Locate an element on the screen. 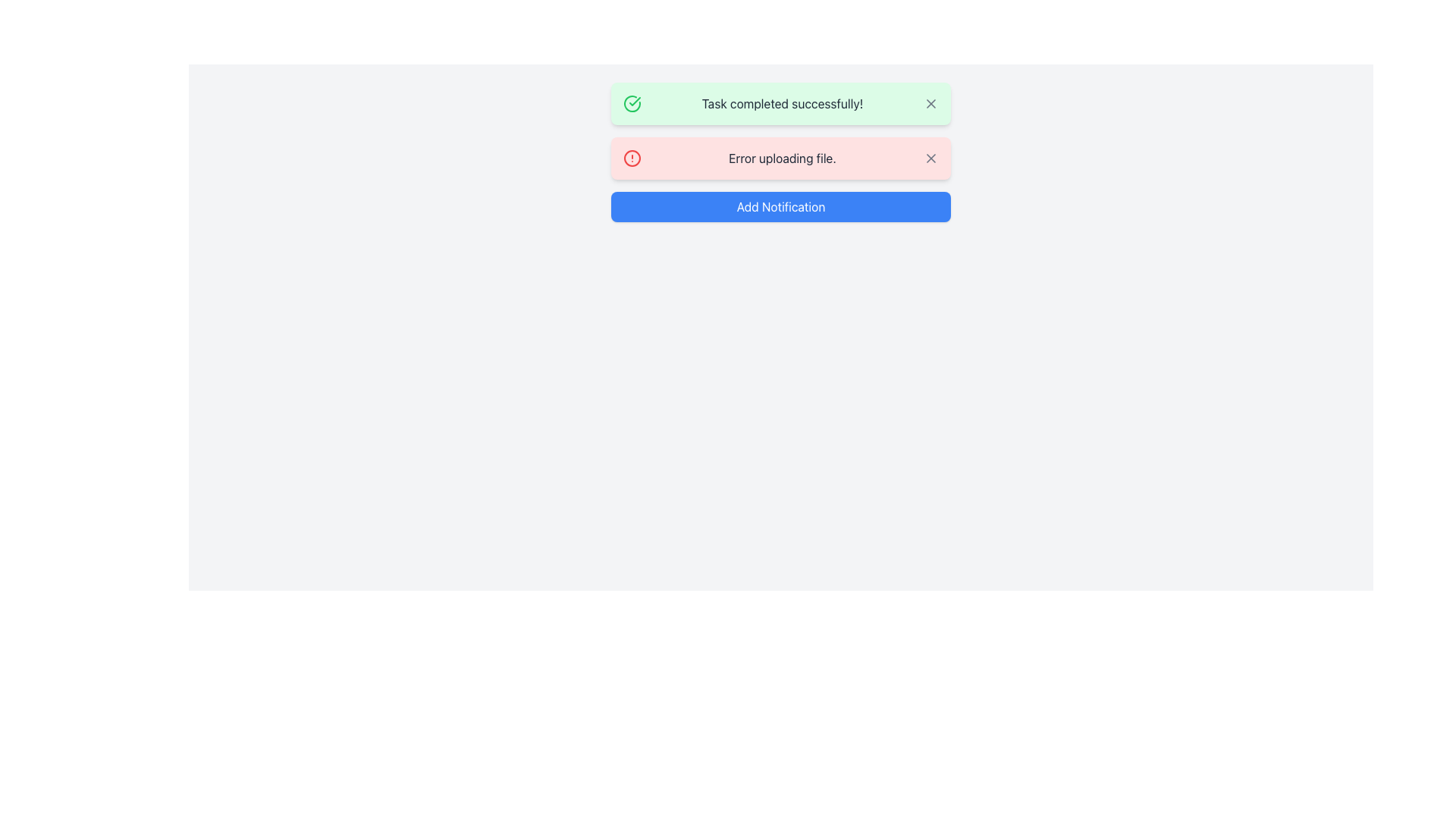 This screenshot has width=1456, height=819. message 'Task completed successfully!' displayed in gray color inside the green rounded notification box is located at coordinates (783, 103).